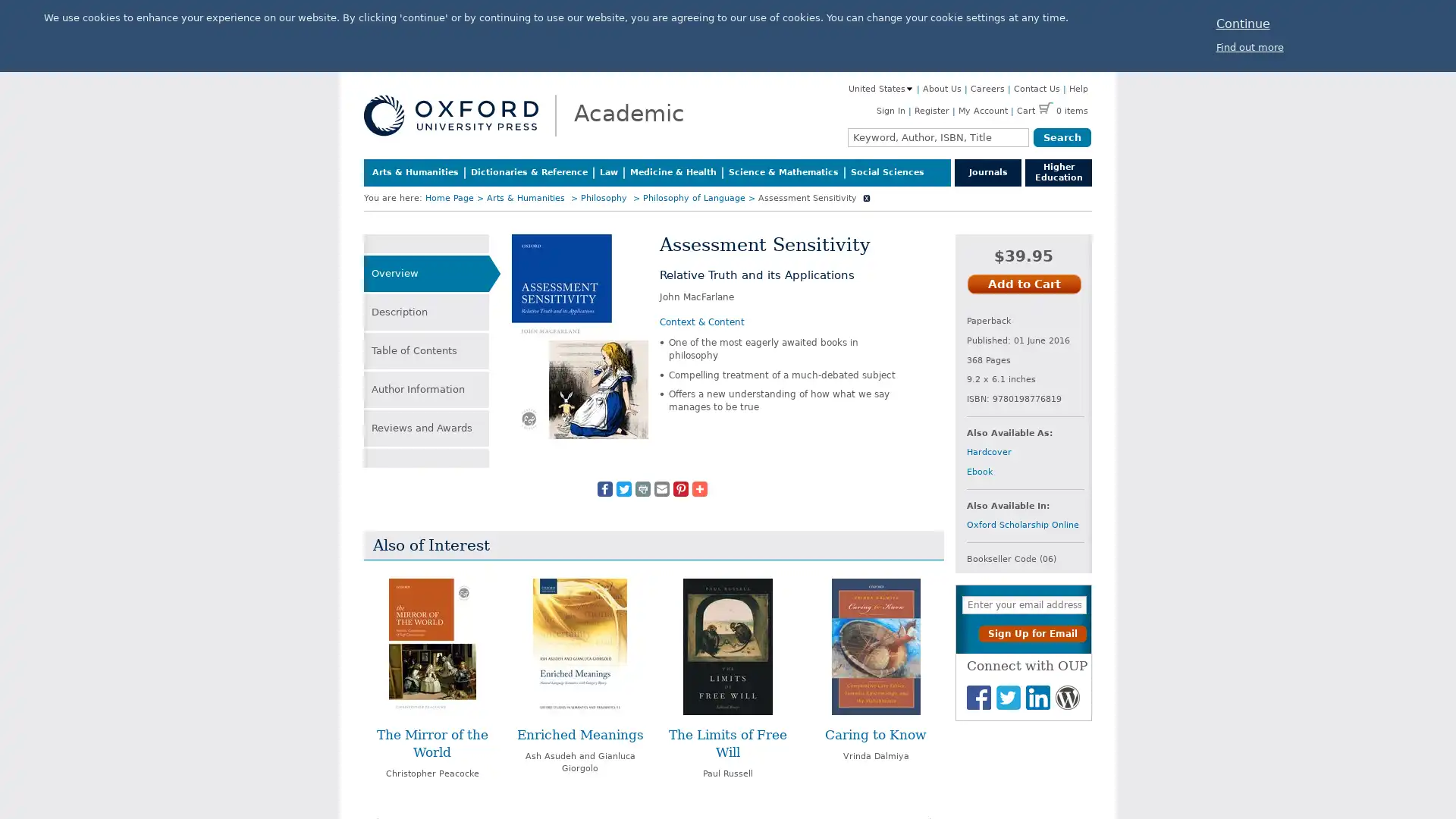 The image size is (1456, 819). Describe the element at coordinates (623, 488) in the screenshot. I see `Share to Twitter` at that location.